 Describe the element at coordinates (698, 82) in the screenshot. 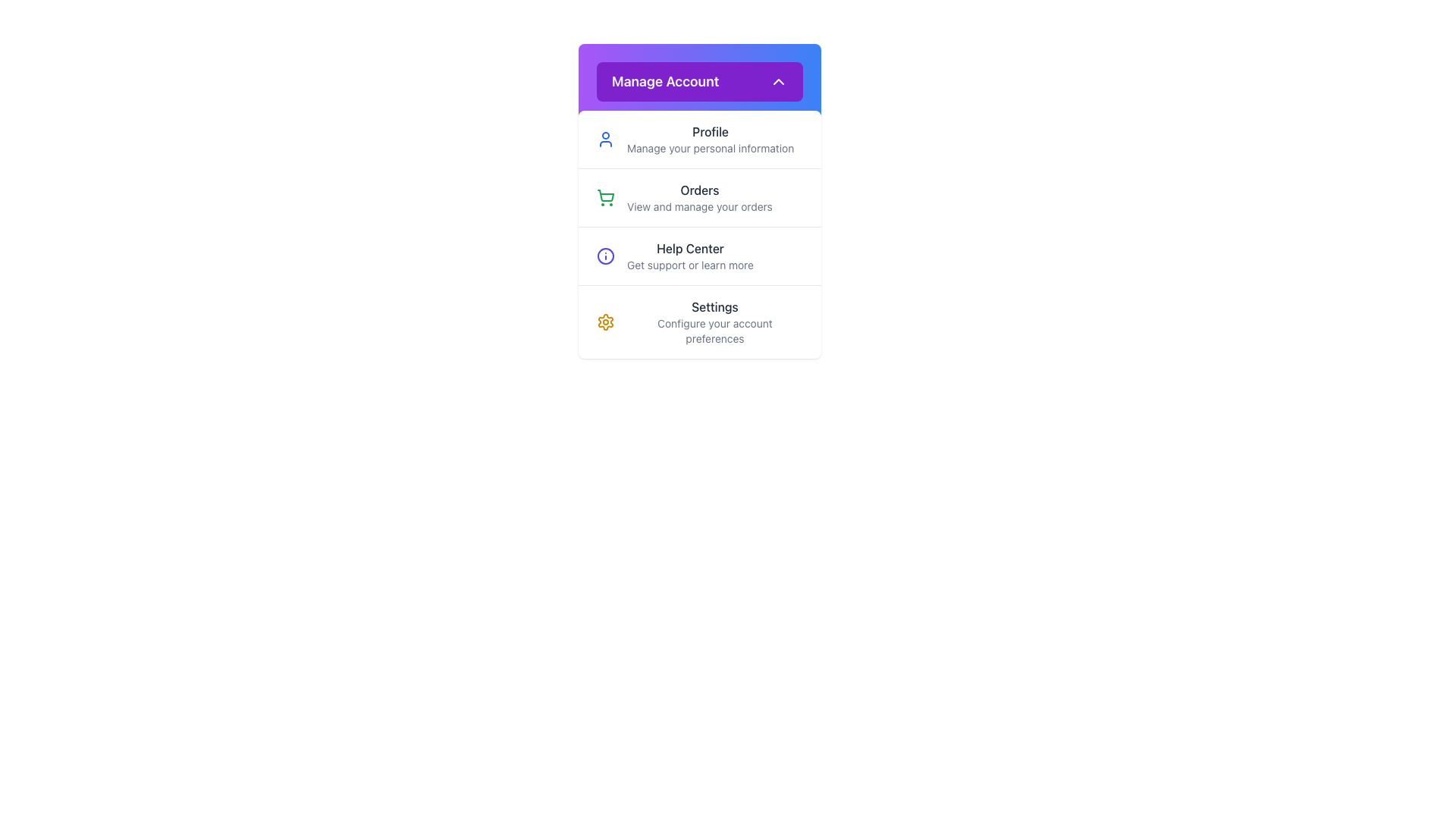

I see `the 'Manage Account' button with a purple and blue gradient` at that location.